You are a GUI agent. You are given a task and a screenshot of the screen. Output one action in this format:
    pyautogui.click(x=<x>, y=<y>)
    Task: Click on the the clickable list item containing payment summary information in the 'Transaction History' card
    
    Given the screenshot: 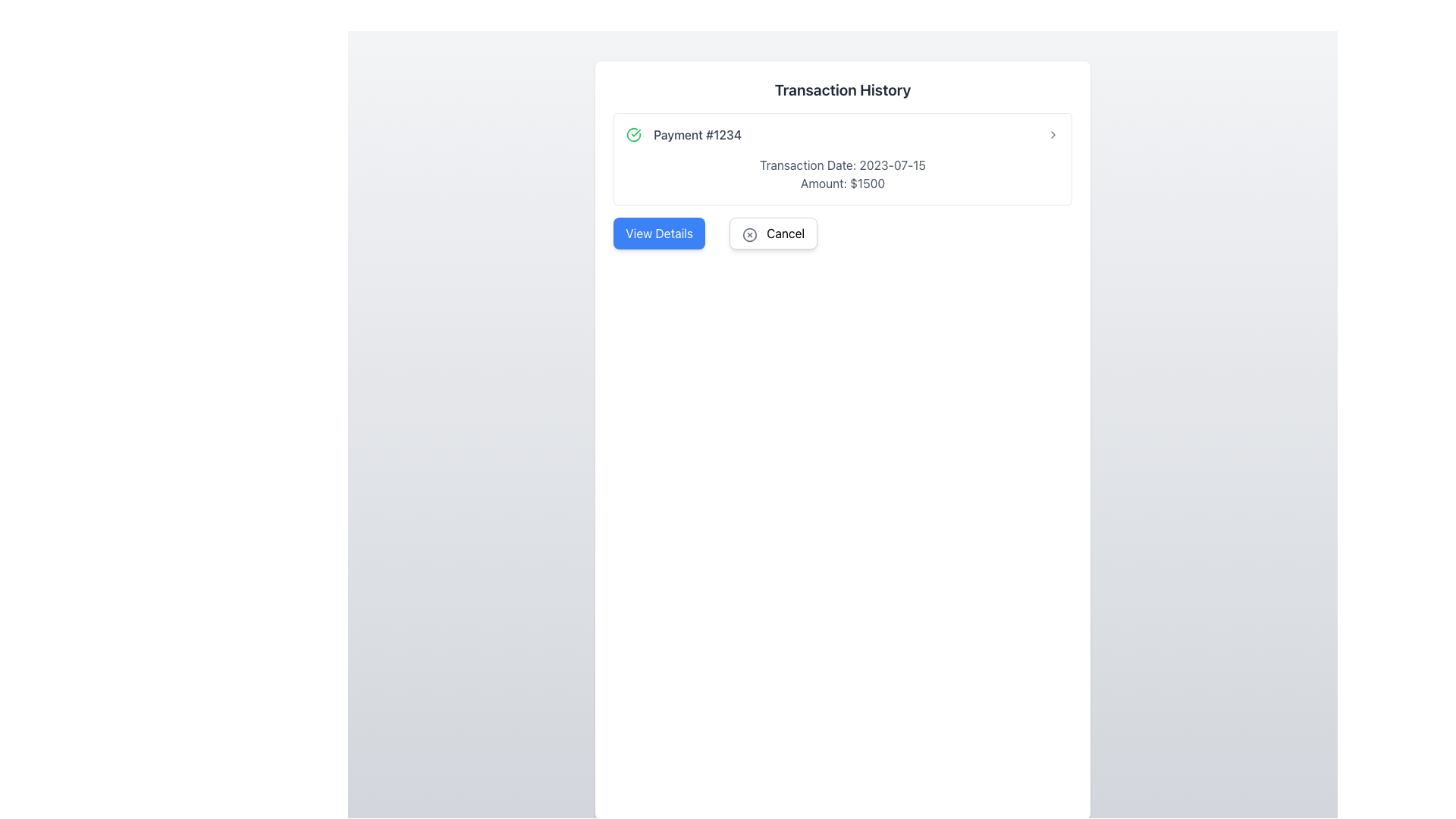 What is the action you would take?
    pyautogui.click(x=842, y=133)
    